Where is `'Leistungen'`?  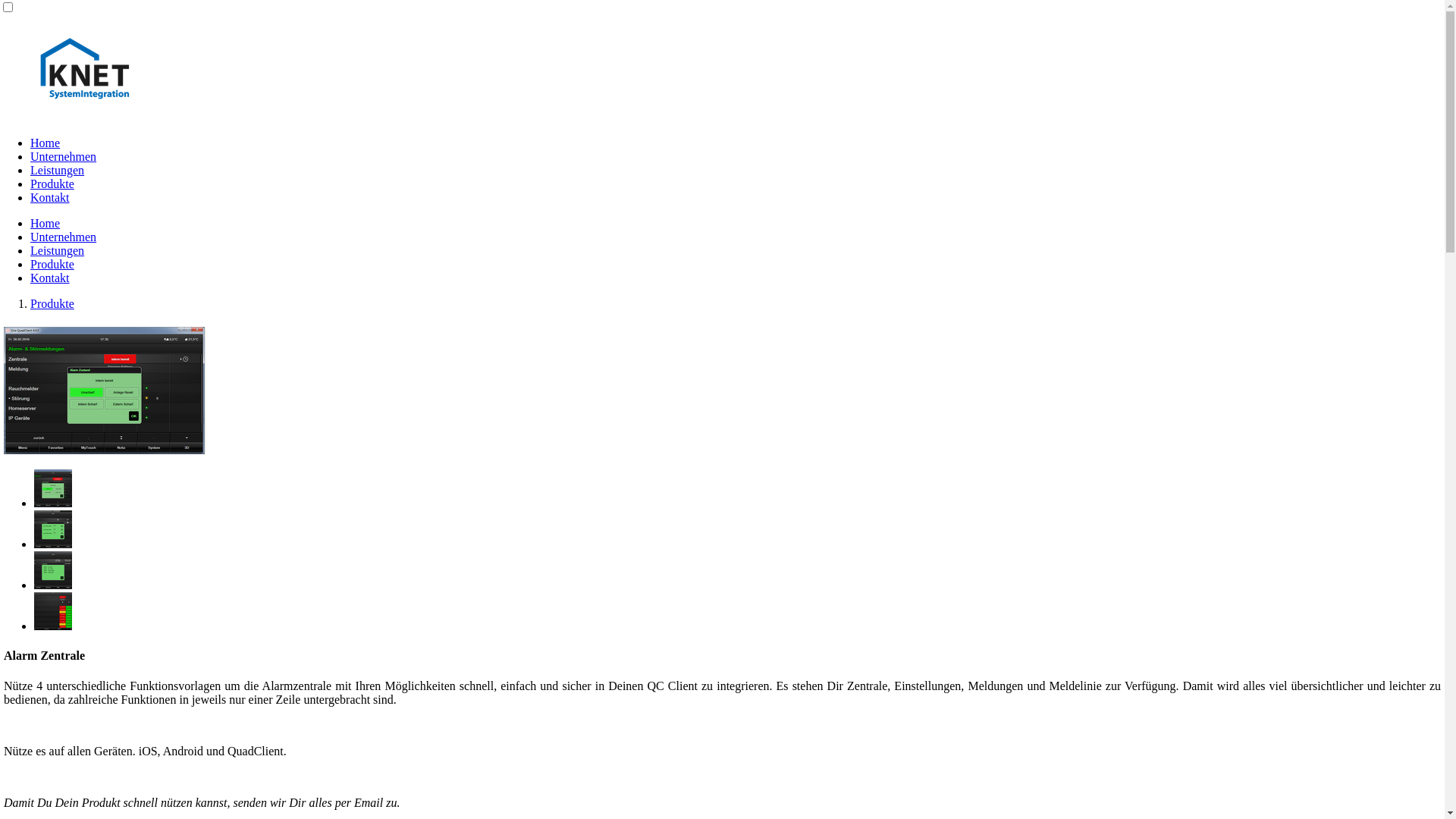
'Leistungen' is located at coordinates (57, 249).